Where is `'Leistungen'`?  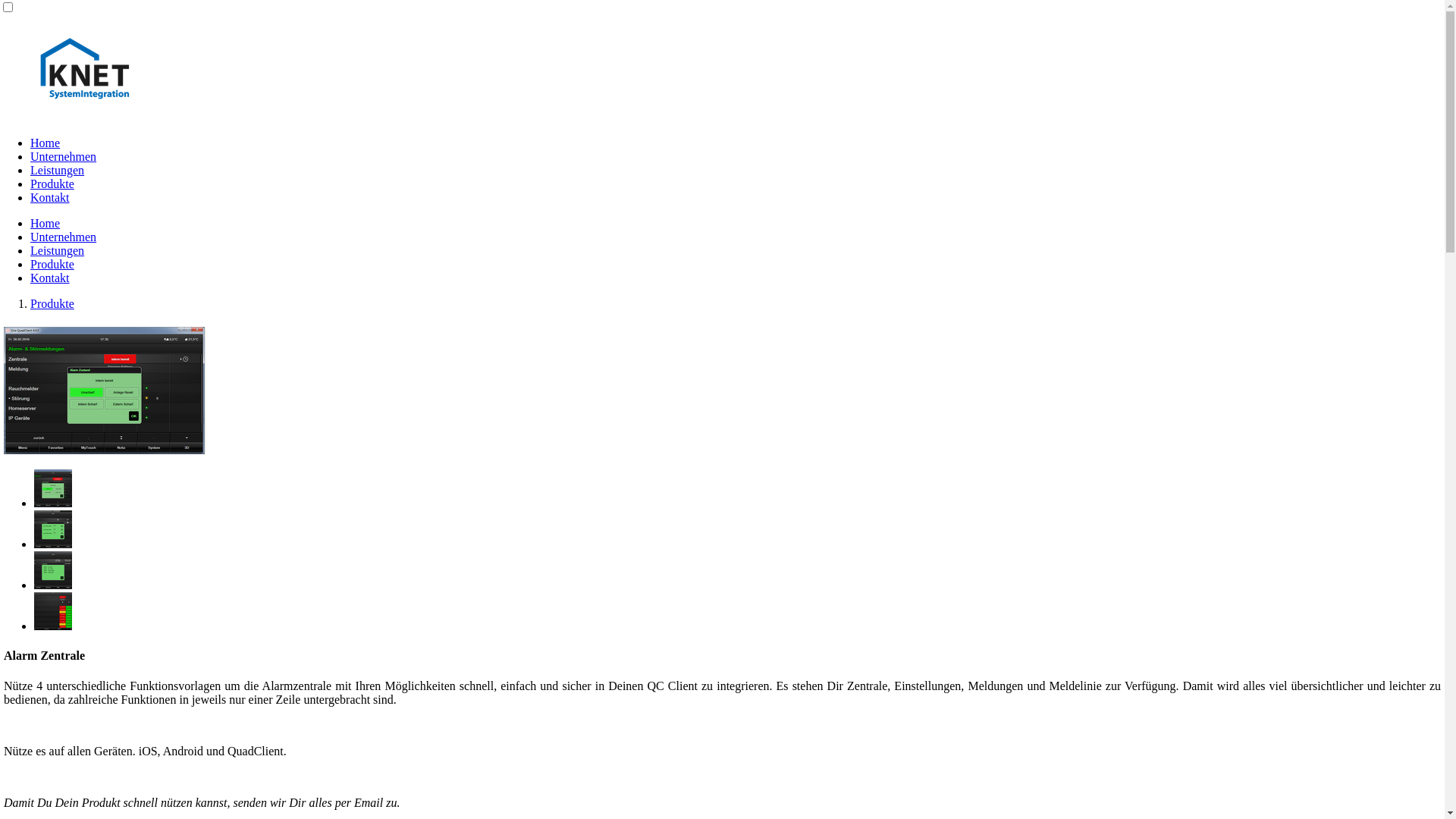
'Leistungen' is located at coordinates (57, 249).